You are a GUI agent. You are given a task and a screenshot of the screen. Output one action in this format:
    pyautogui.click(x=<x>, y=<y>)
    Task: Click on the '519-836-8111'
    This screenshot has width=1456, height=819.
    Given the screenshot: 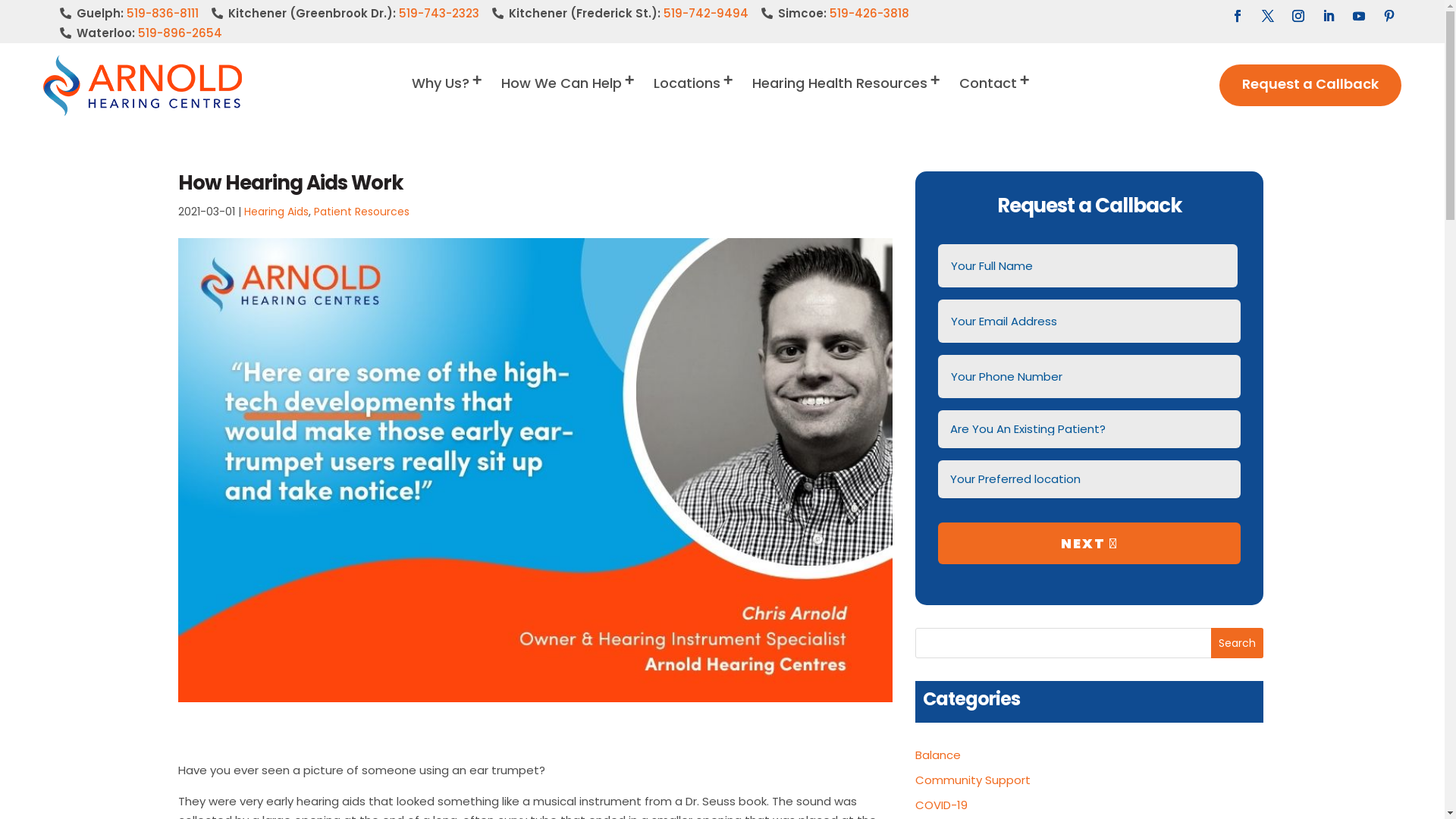 What is the action you would take?
    pyautogui.click(x=127, y=13)
    